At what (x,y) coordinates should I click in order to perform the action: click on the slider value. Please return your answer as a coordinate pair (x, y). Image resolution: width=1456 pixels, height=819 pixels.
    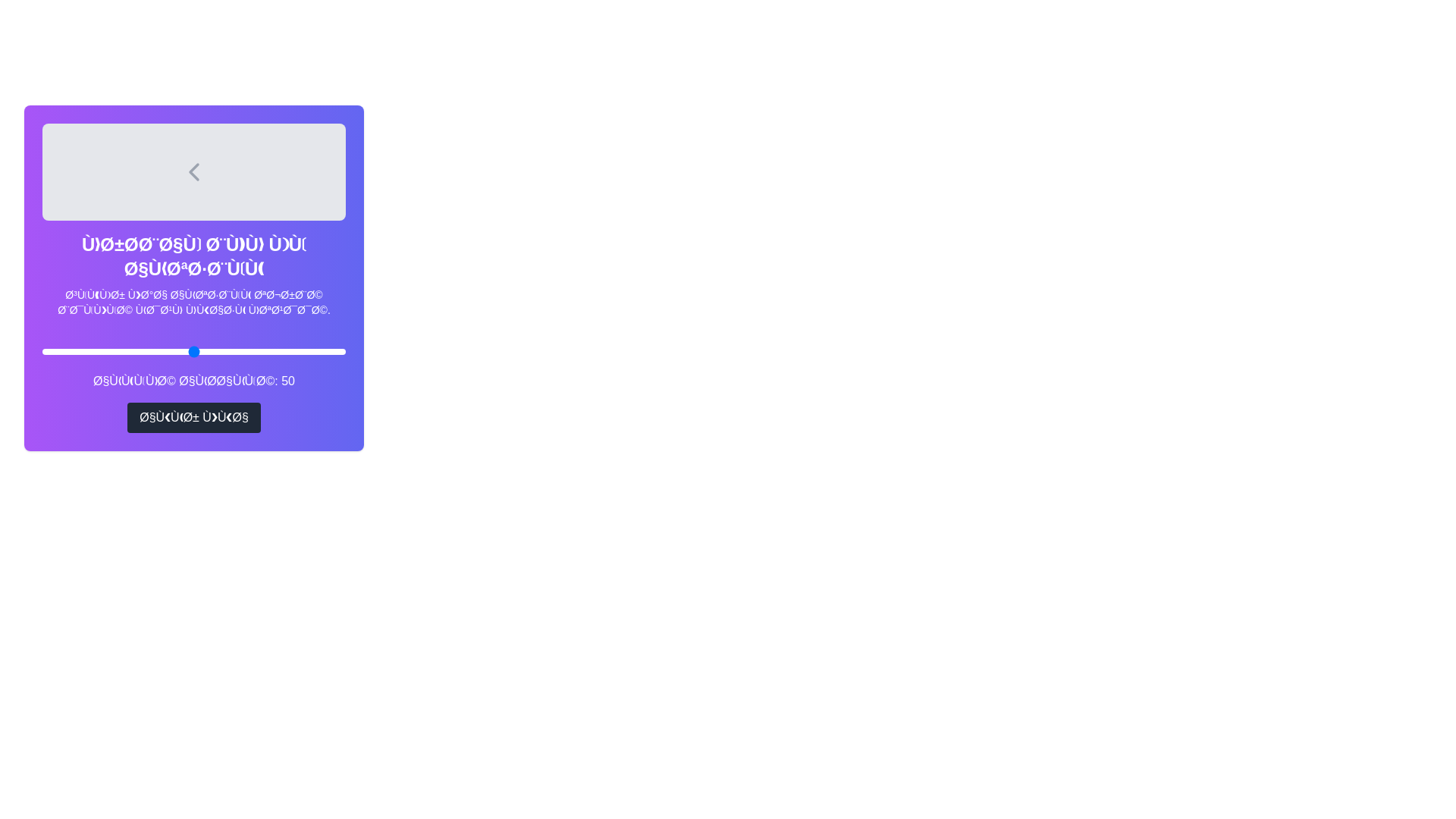
    Looking at the image, I should click on (190, 351).